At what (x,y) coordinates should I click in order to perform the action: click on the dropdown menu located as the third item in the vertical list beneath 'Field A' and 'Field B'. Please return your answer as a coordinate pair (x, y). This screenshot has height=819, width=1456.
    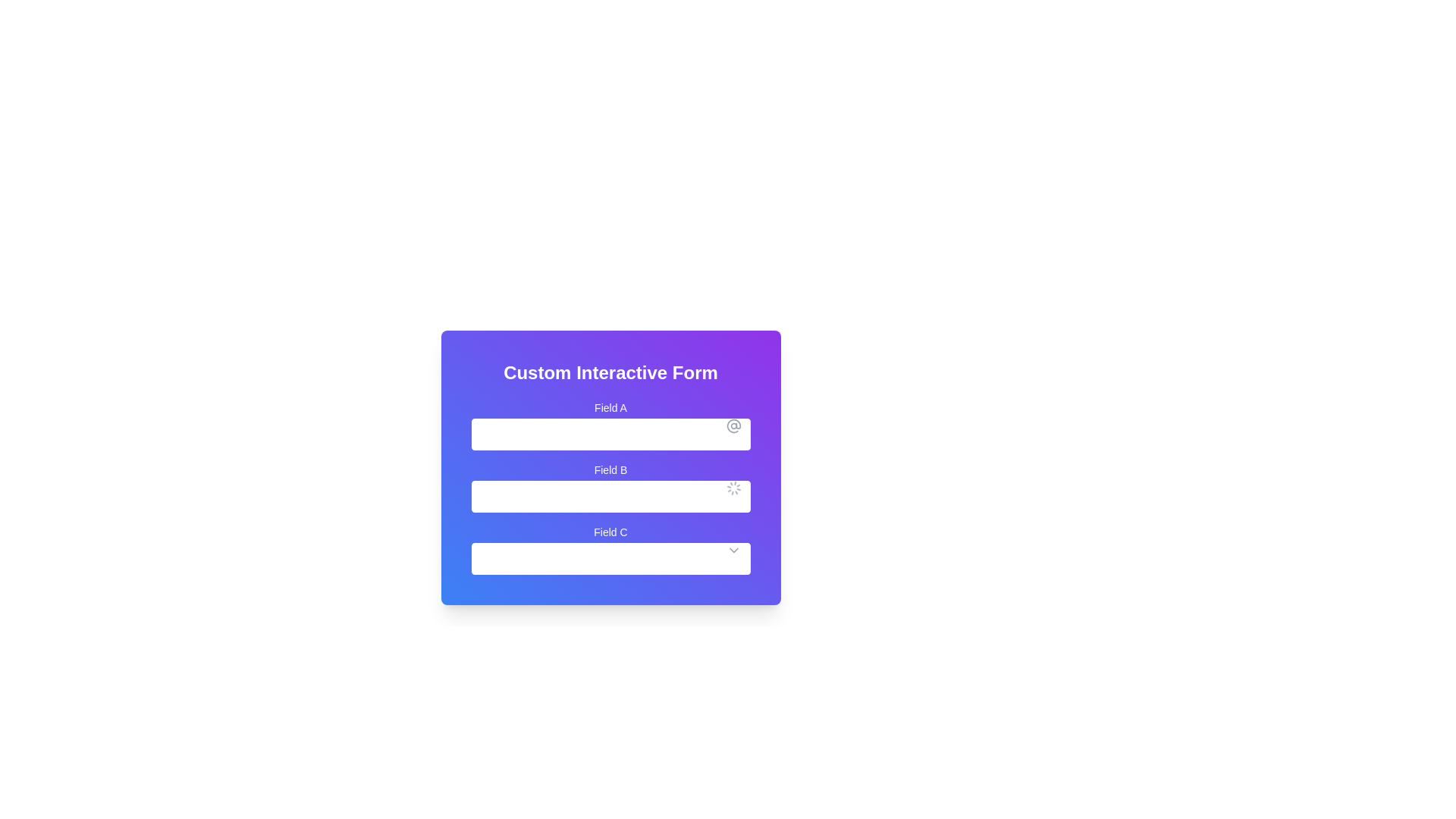
    Looking at the image, I should click on (610, 550).